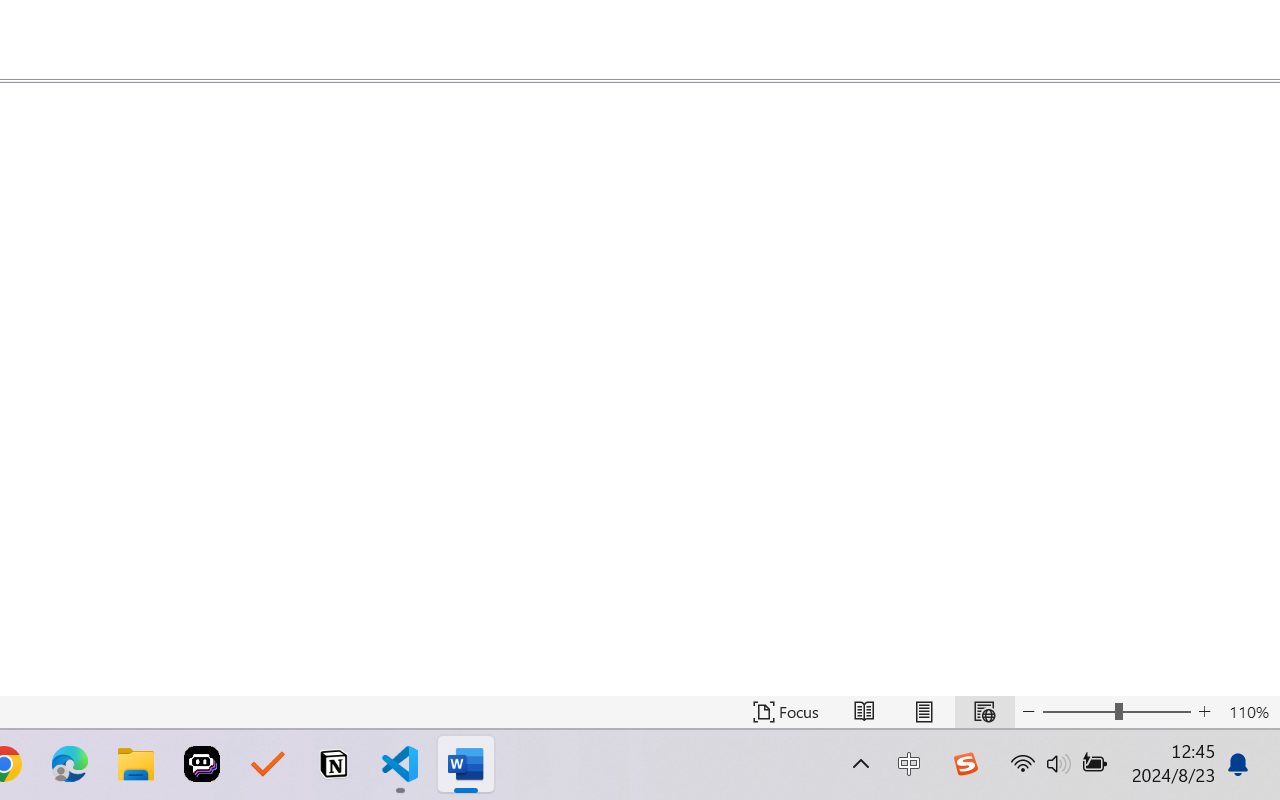  Describe the element at coordinates (1248, 711) in the screenshot. I see `'Zoom 110%'` at that location.